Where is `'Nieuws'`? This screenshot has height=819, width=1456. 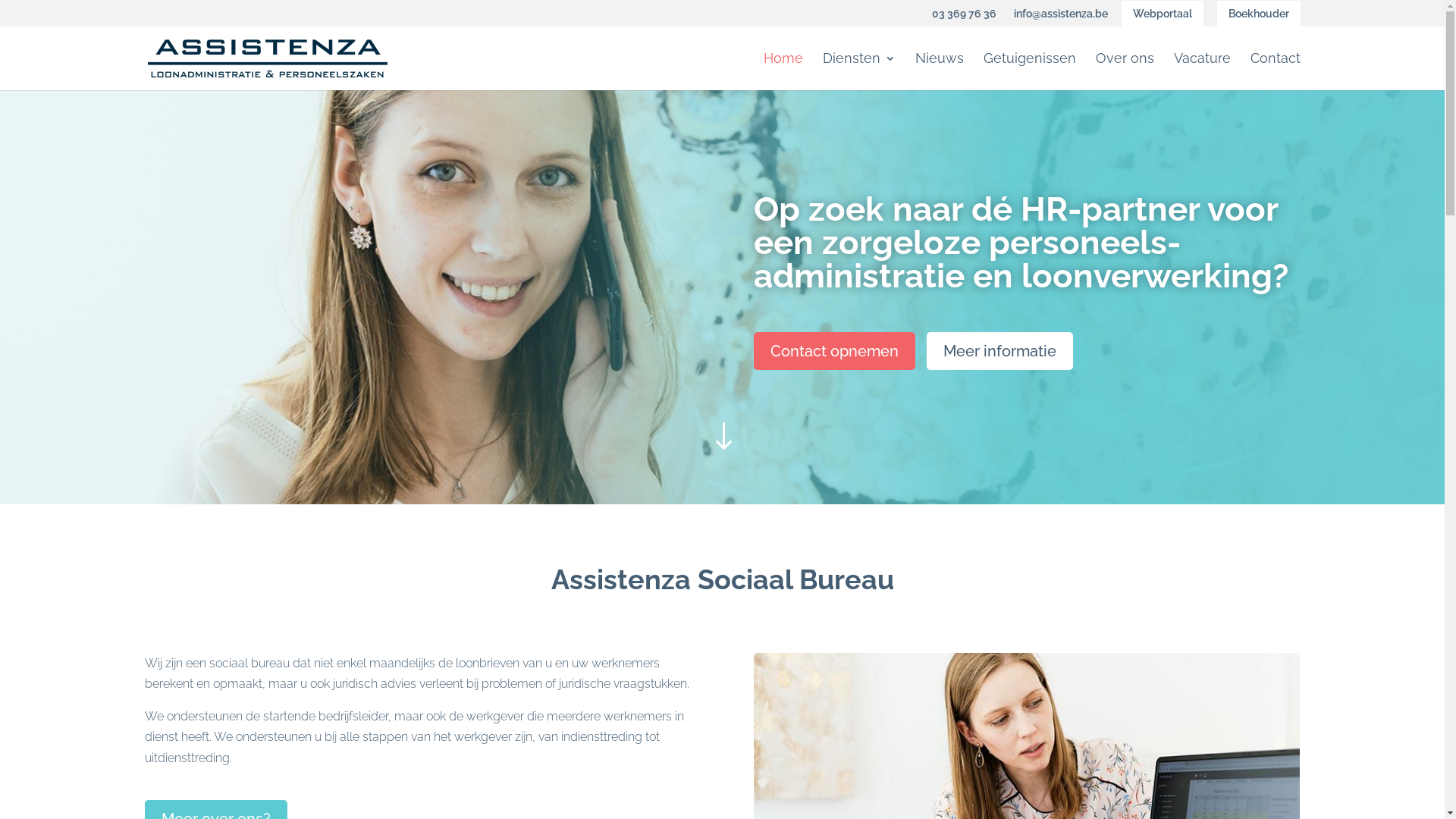 'Nieuws' is located at coordinates (938, 71).